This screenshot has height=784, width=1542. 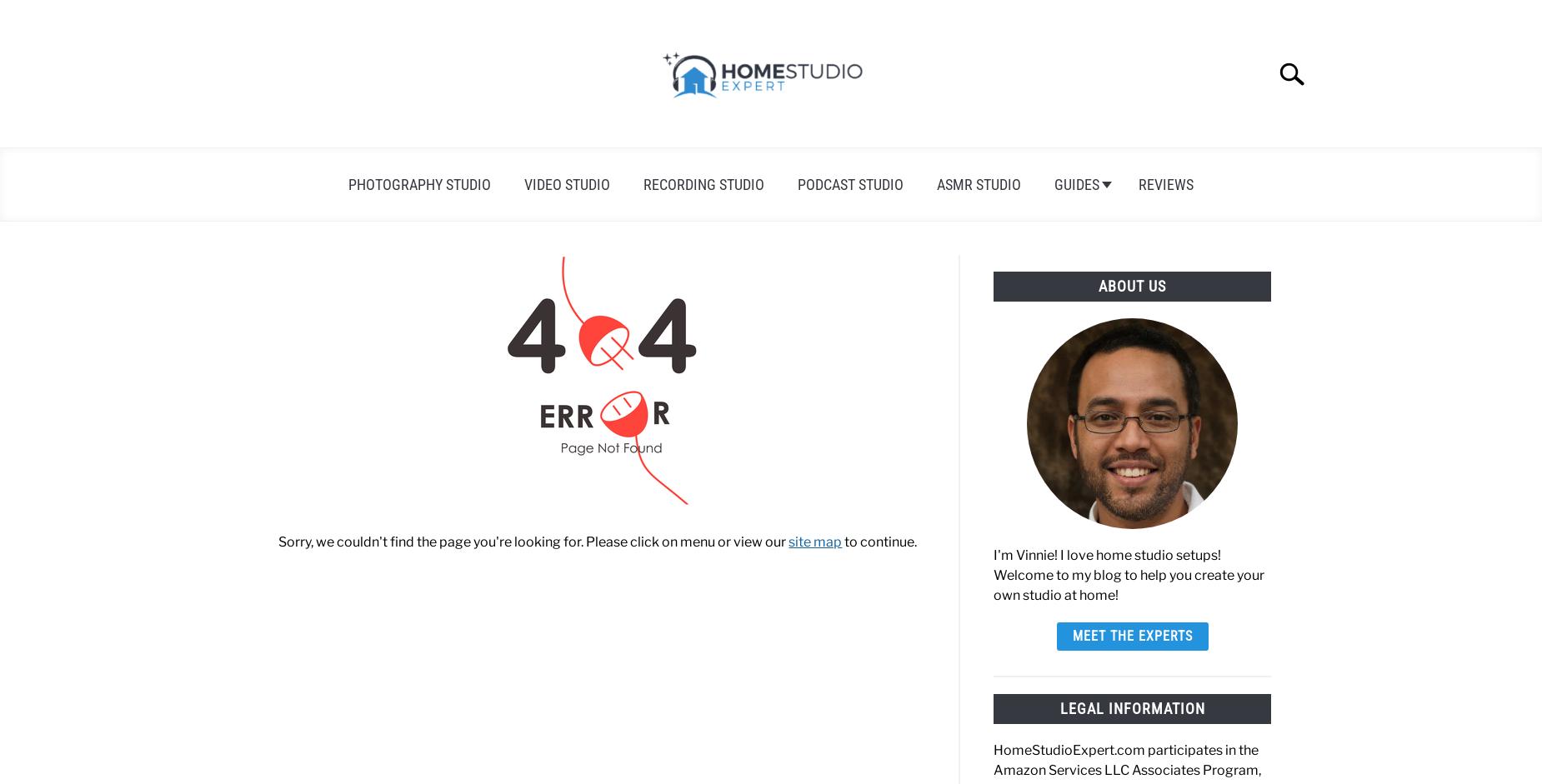 What do you see at coordinates (978, 183) in the screenshot?
I see `'ASMR Studio'` at bounding box center [978, 183].